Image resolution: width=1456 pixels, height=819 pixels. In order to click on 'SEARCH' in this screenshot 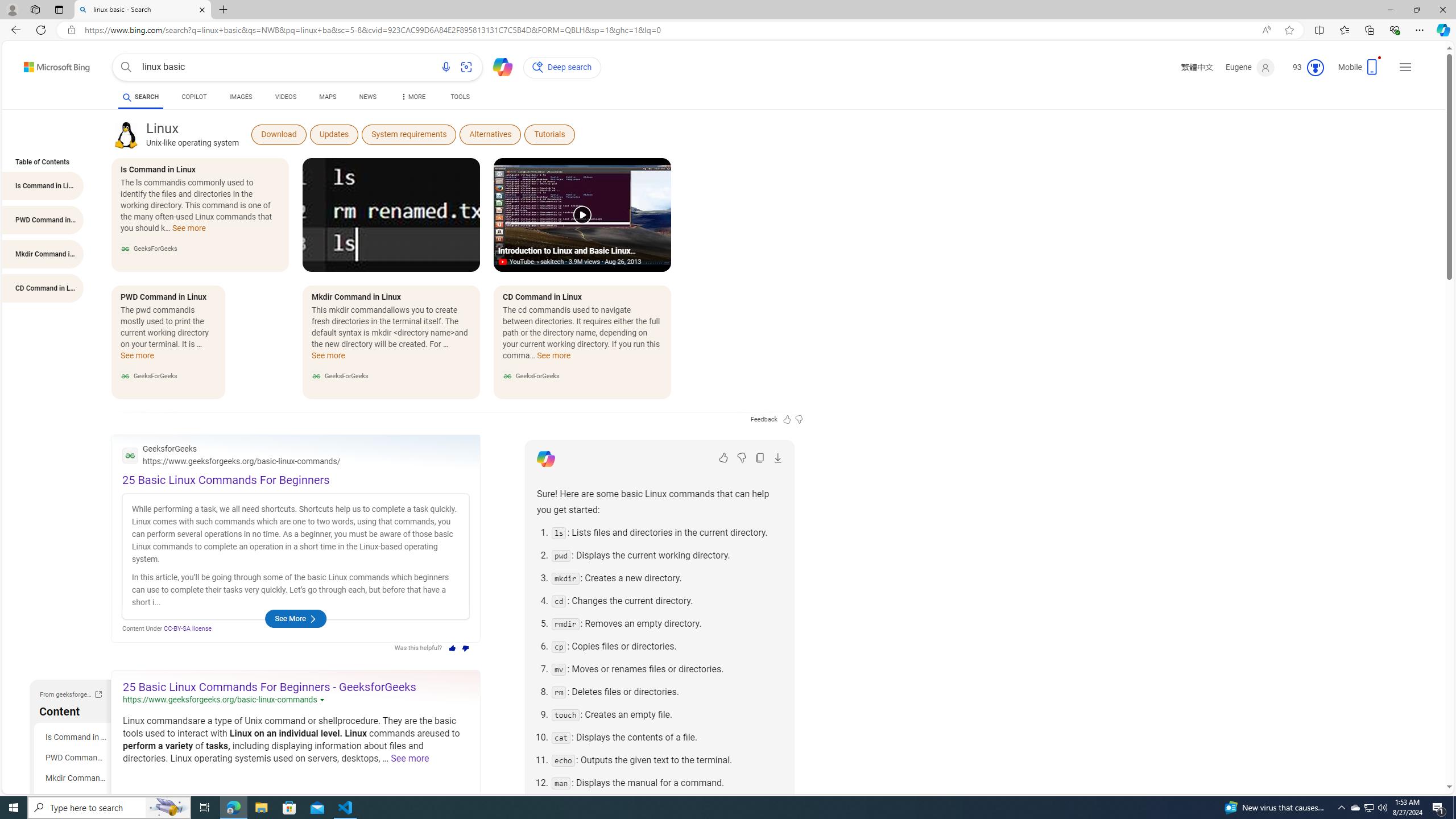, I will do `click(140, 96)`.